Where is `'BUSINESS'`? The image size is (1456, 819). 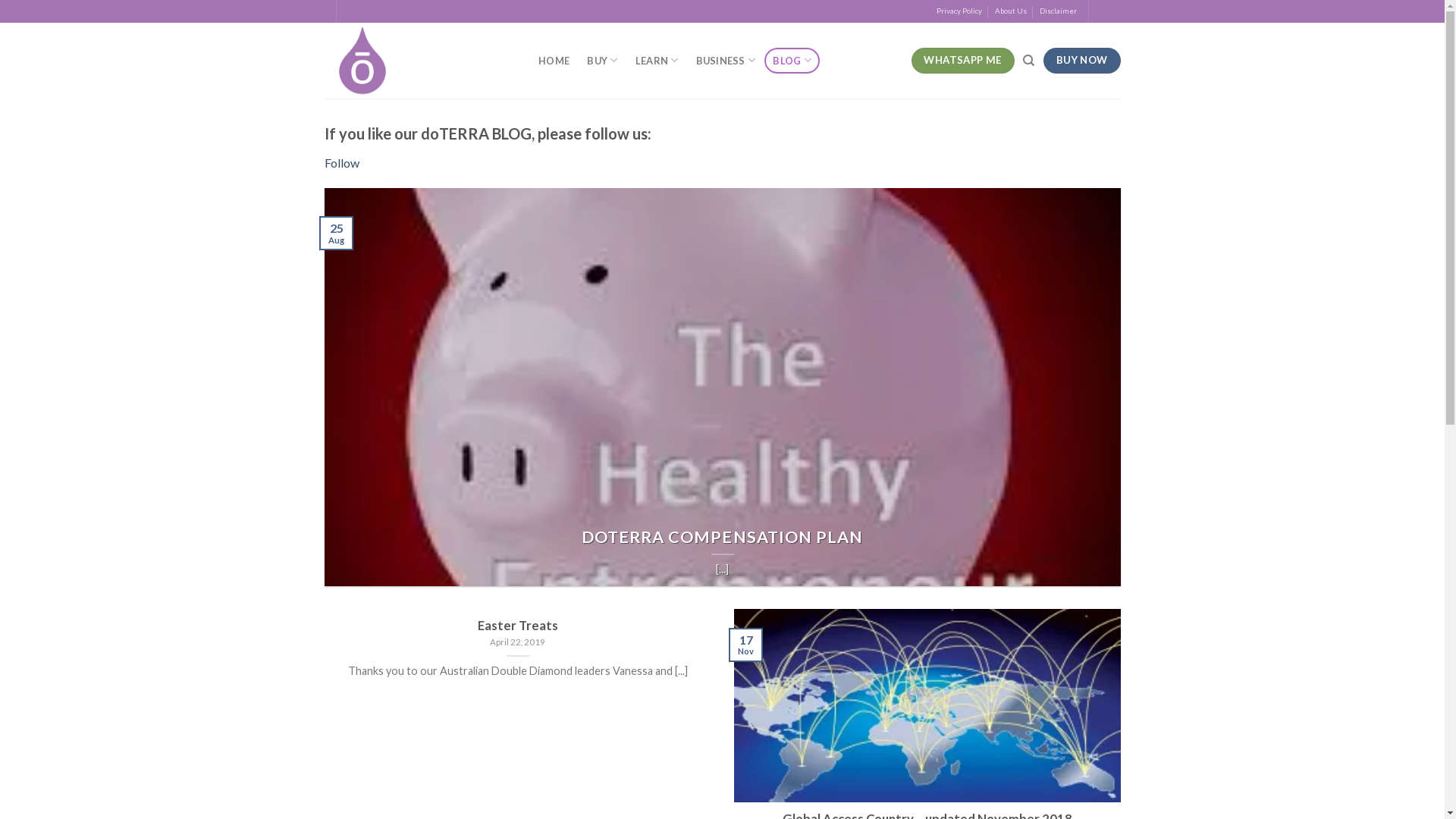 'BUSINESS' is located at coordinates (724, 60).